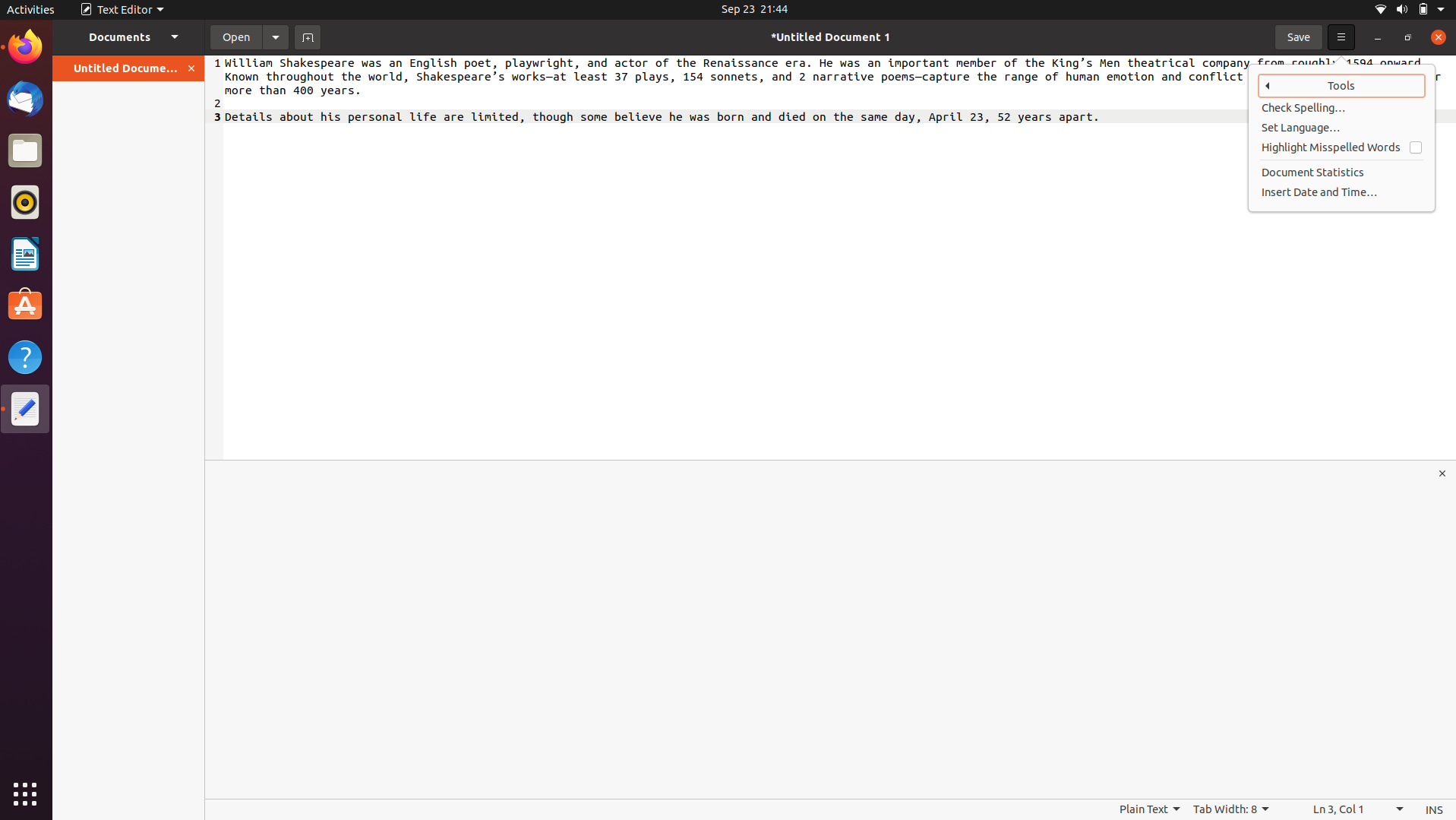 This screenshot has width=1456, height=820. Describe the element at coordinates (128, 36) in the screenshot. I see `and open the second file in the expanded documents panel` at that location.